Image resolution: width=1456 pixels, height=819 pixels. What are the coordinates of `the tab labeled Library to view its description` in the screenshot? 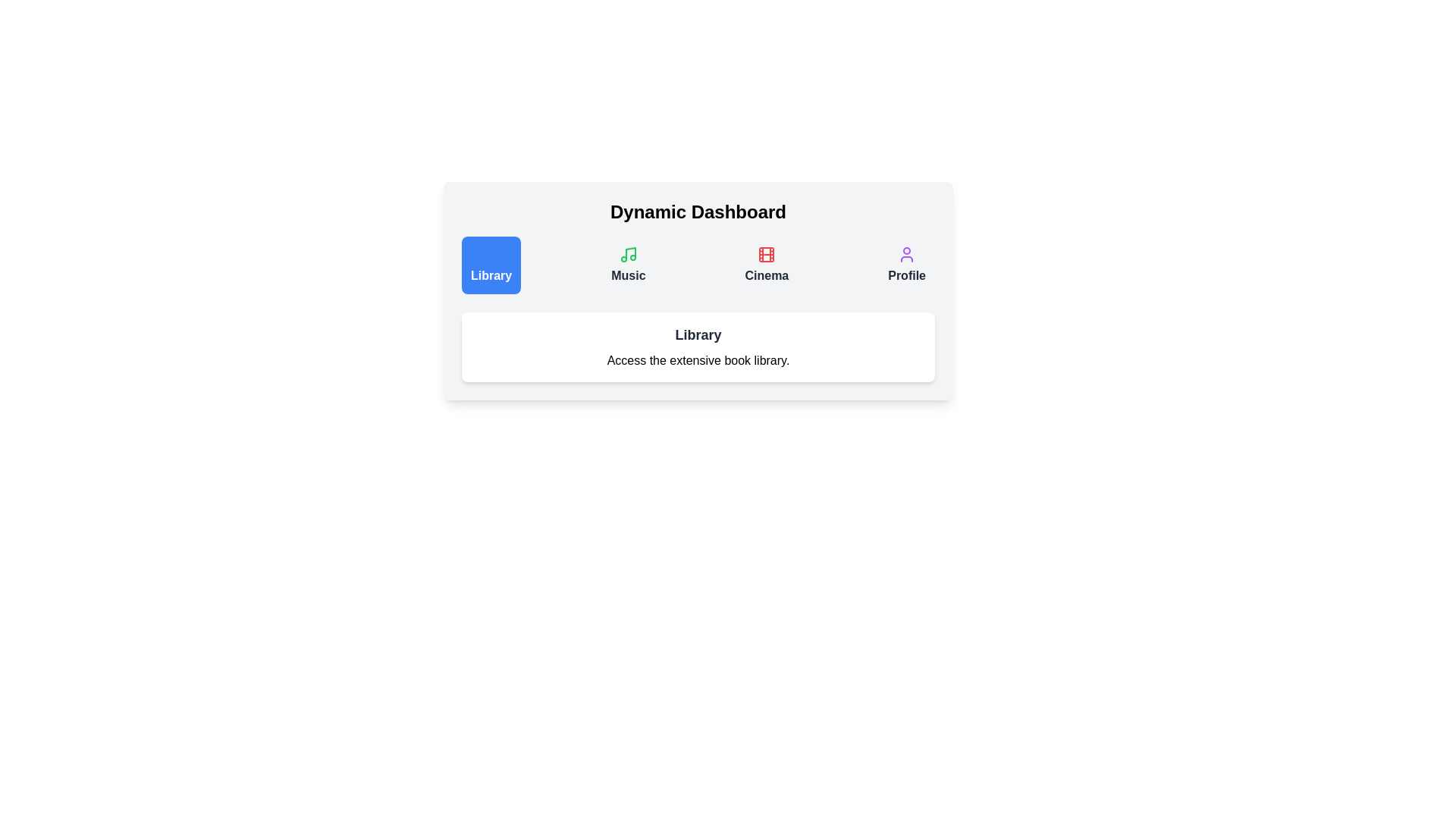 It's located at (491, 265).